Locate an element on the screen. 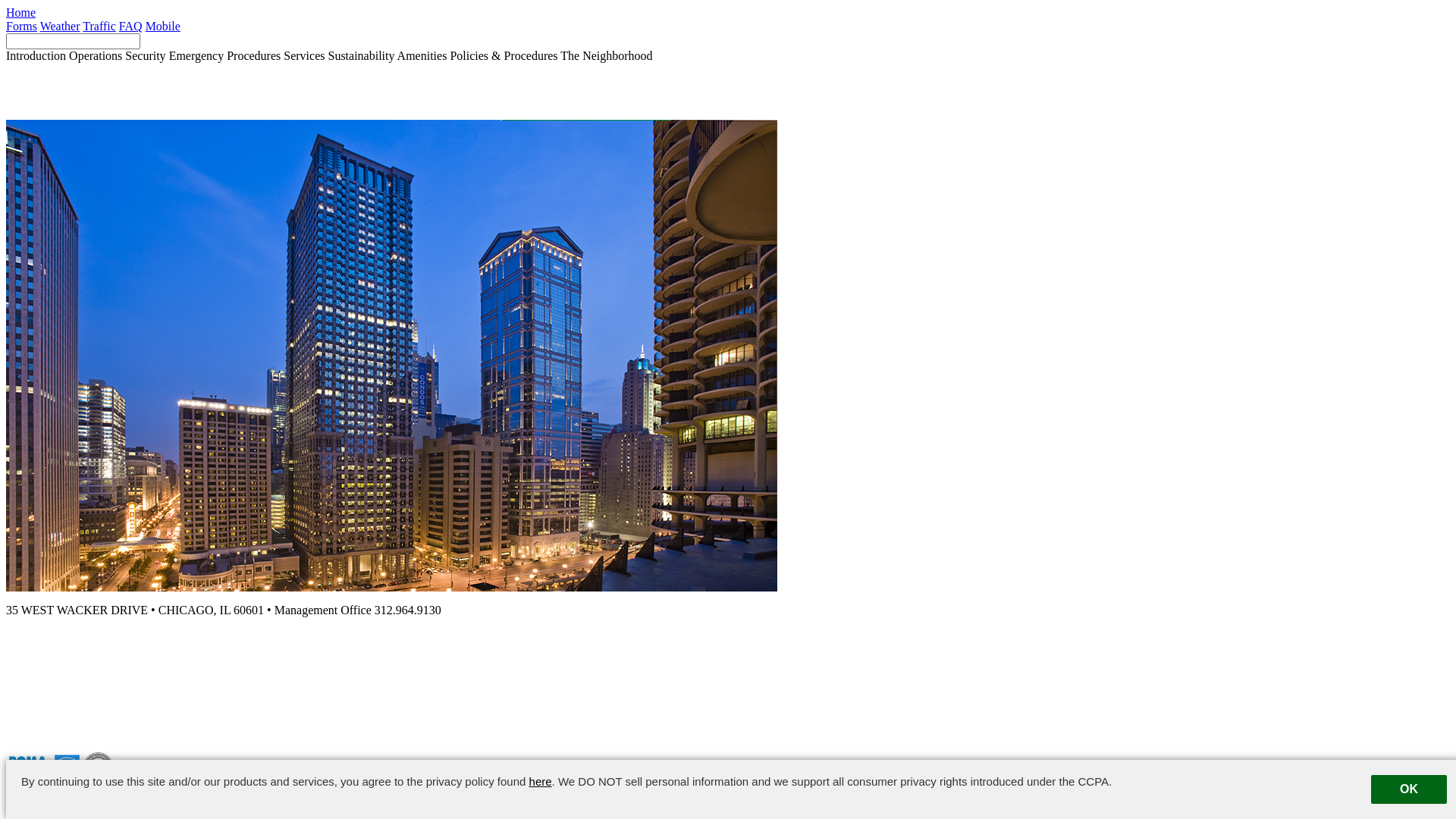 The image size is (1456, 819). 'Mobile' is located at coordinates (146, 26).